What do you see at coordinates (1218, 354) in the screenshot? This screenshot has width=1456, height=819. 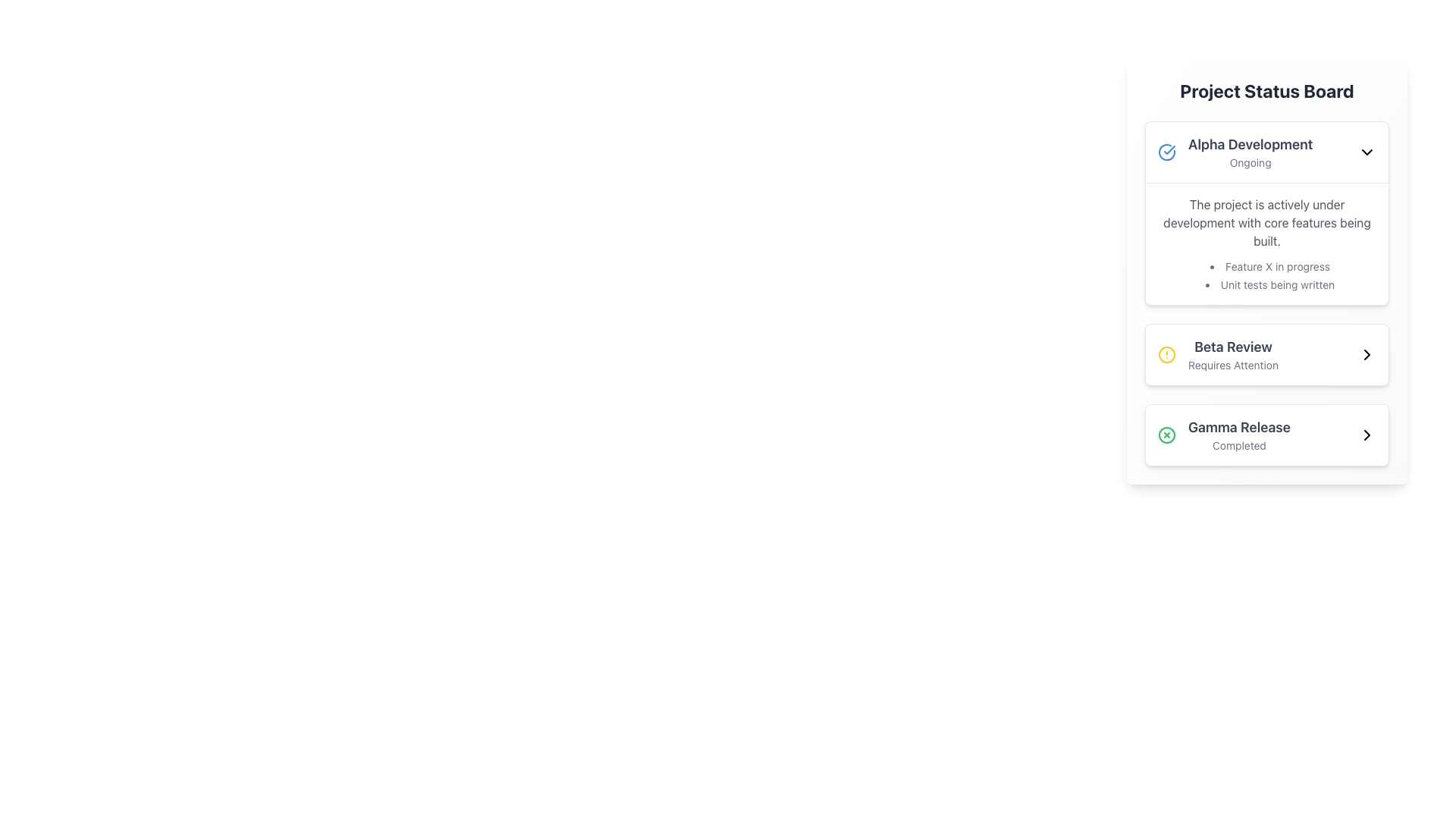 I see `the informational list item indicating that the 'Beta Review' stage requires attention, located in the second row of the 'Project Status Board'` at bounding box center [1218, 354].